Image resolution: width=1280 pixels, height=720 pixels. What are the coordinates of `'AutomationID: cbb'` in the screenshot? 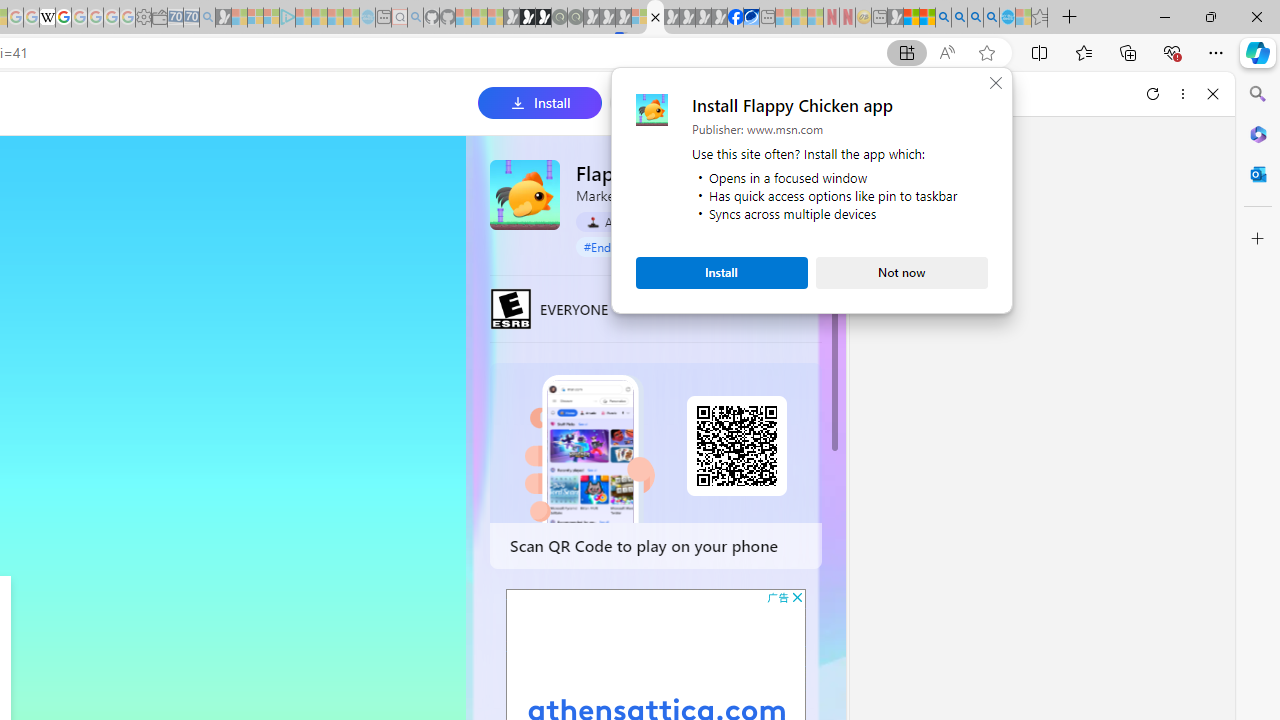 It's located at (796, 596).